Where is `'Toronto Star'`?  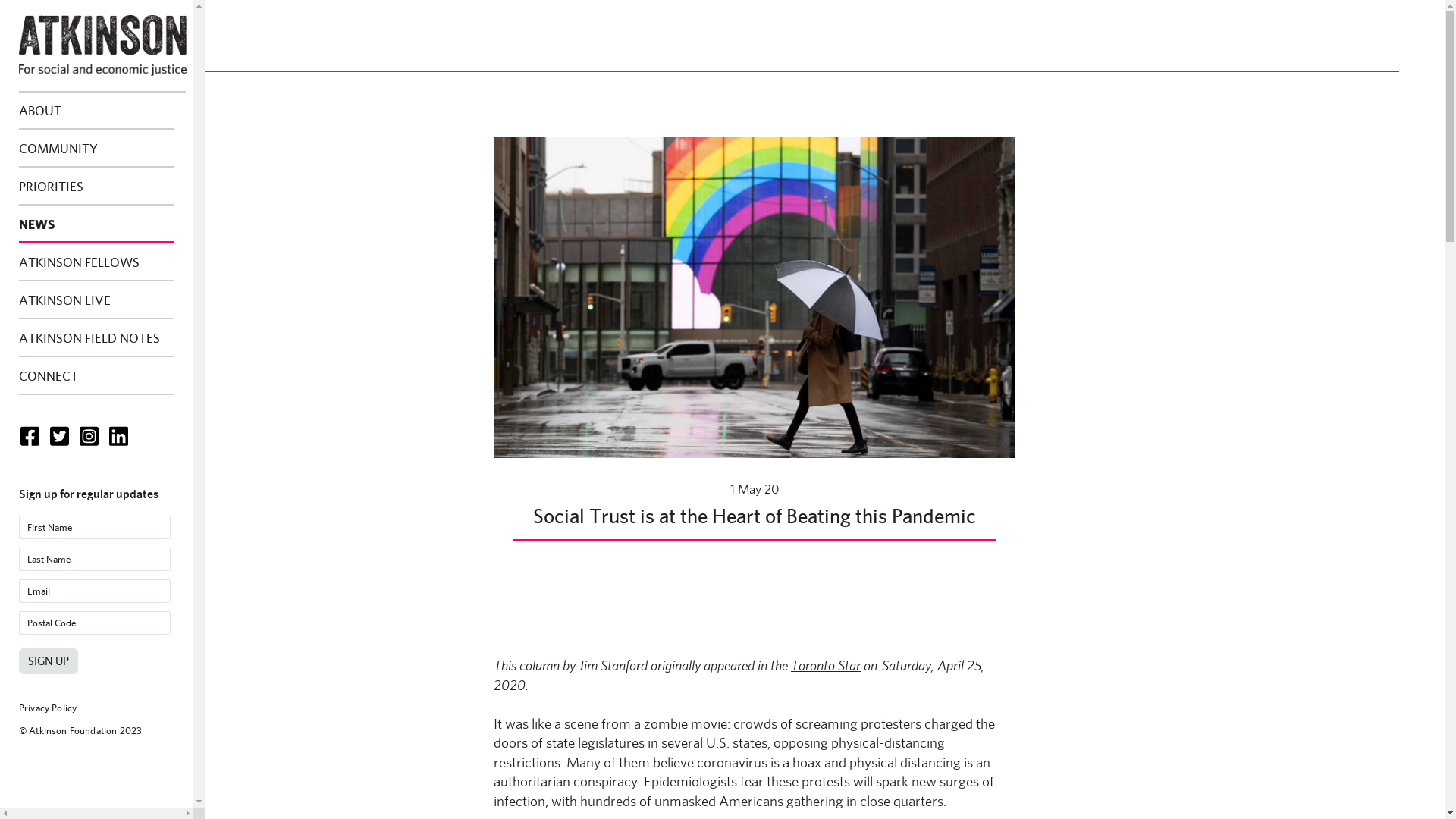
'Toronto Star' is located at coordinates (825, 664).